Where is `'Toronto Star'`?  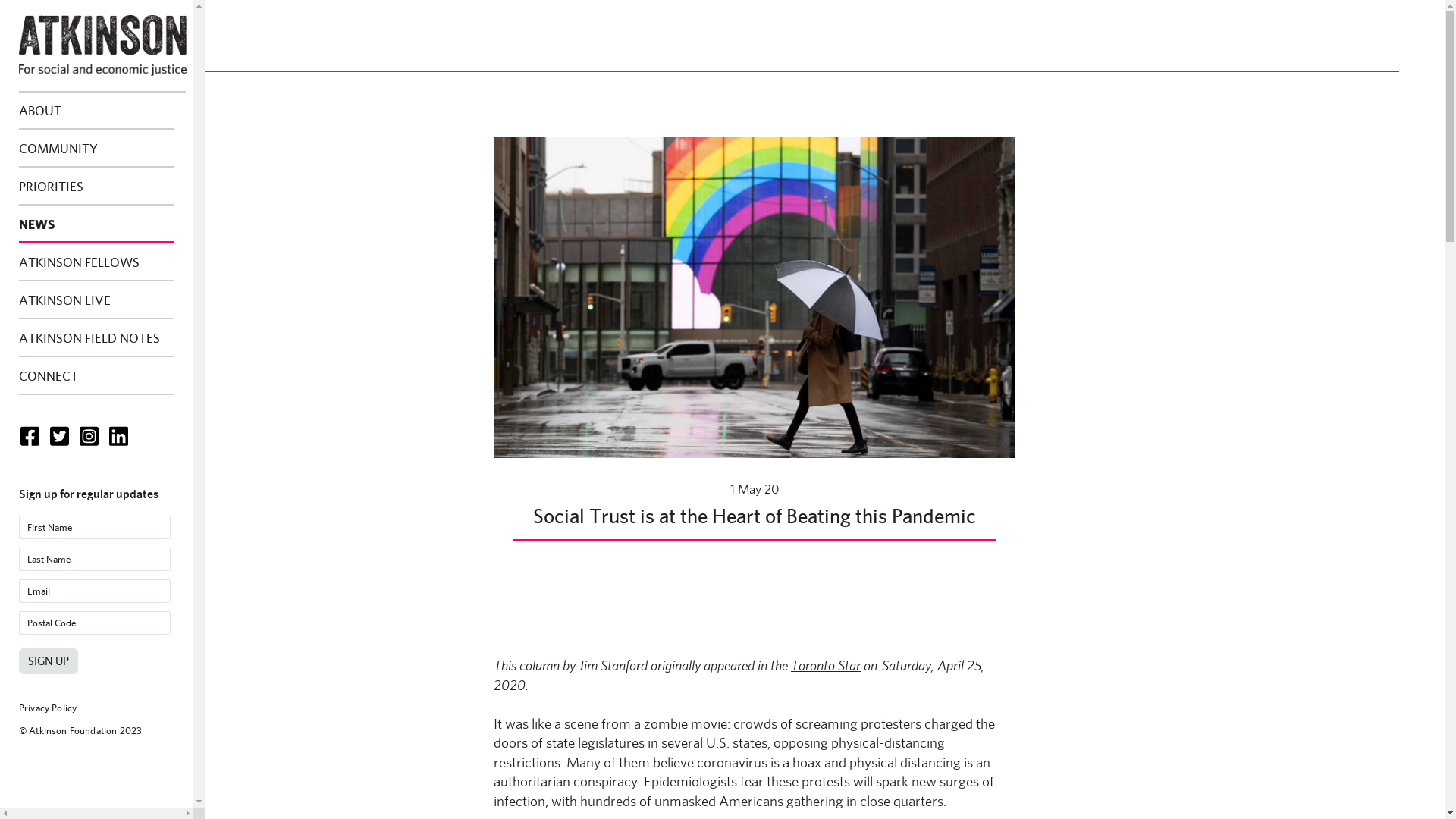
'Toronto Star' is located at coordinates (825, 664).